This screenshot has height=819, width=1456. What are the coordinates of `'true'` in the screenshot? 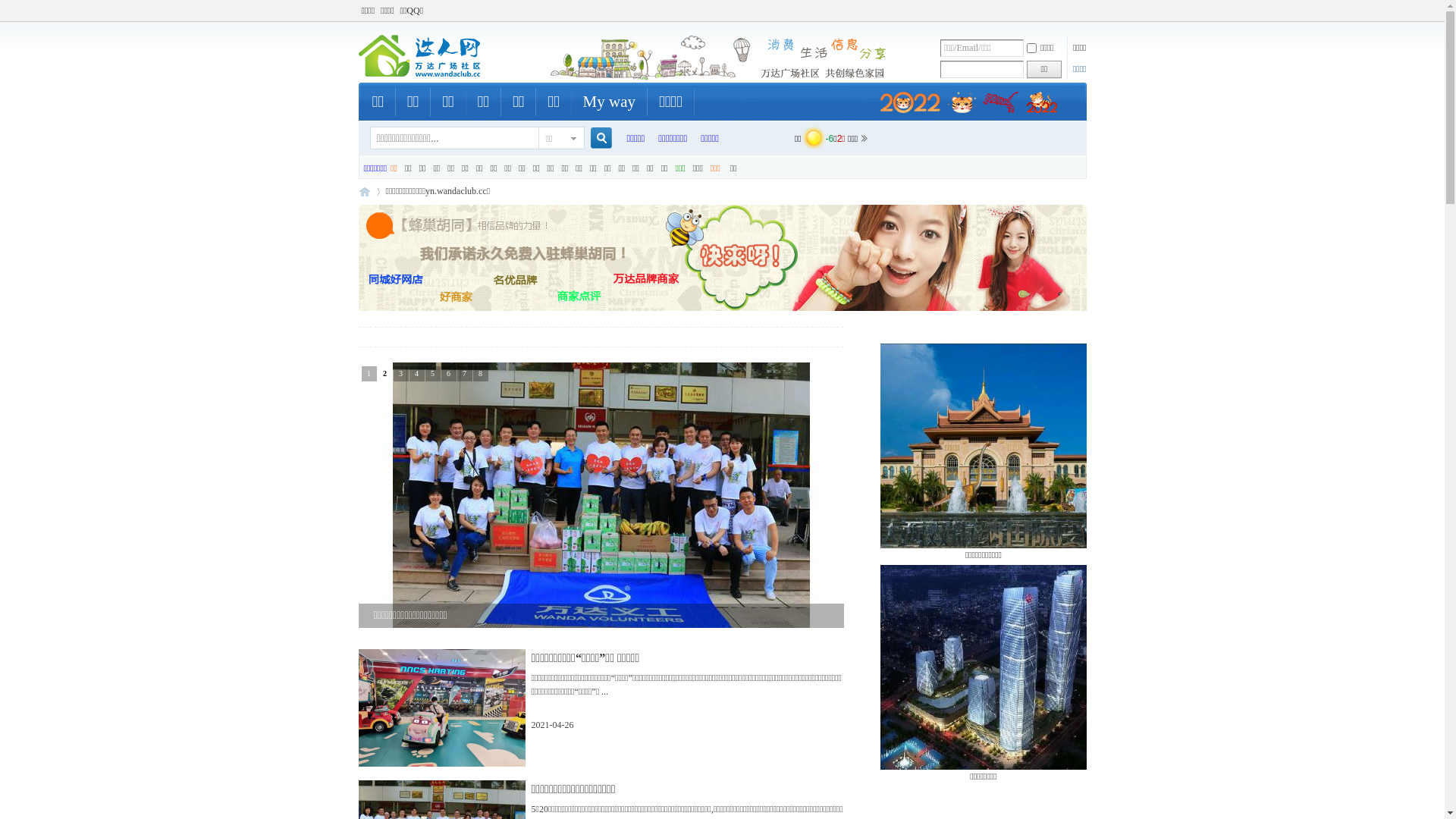 It's located at (594, 138).